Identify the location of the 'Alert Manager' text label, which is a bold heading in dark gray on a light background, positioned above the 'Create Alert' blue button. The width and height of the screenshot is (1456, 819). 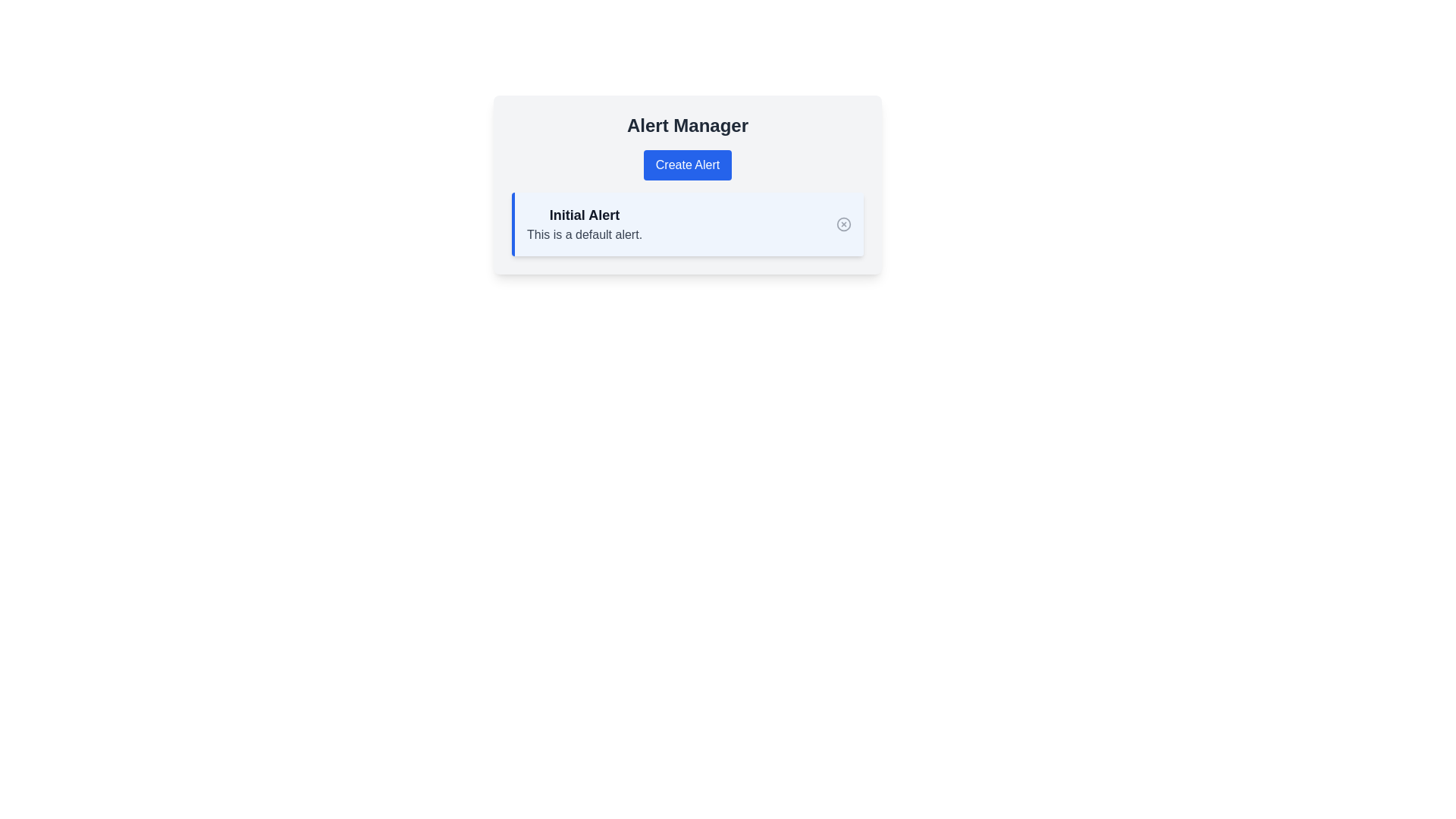
(687, 124).